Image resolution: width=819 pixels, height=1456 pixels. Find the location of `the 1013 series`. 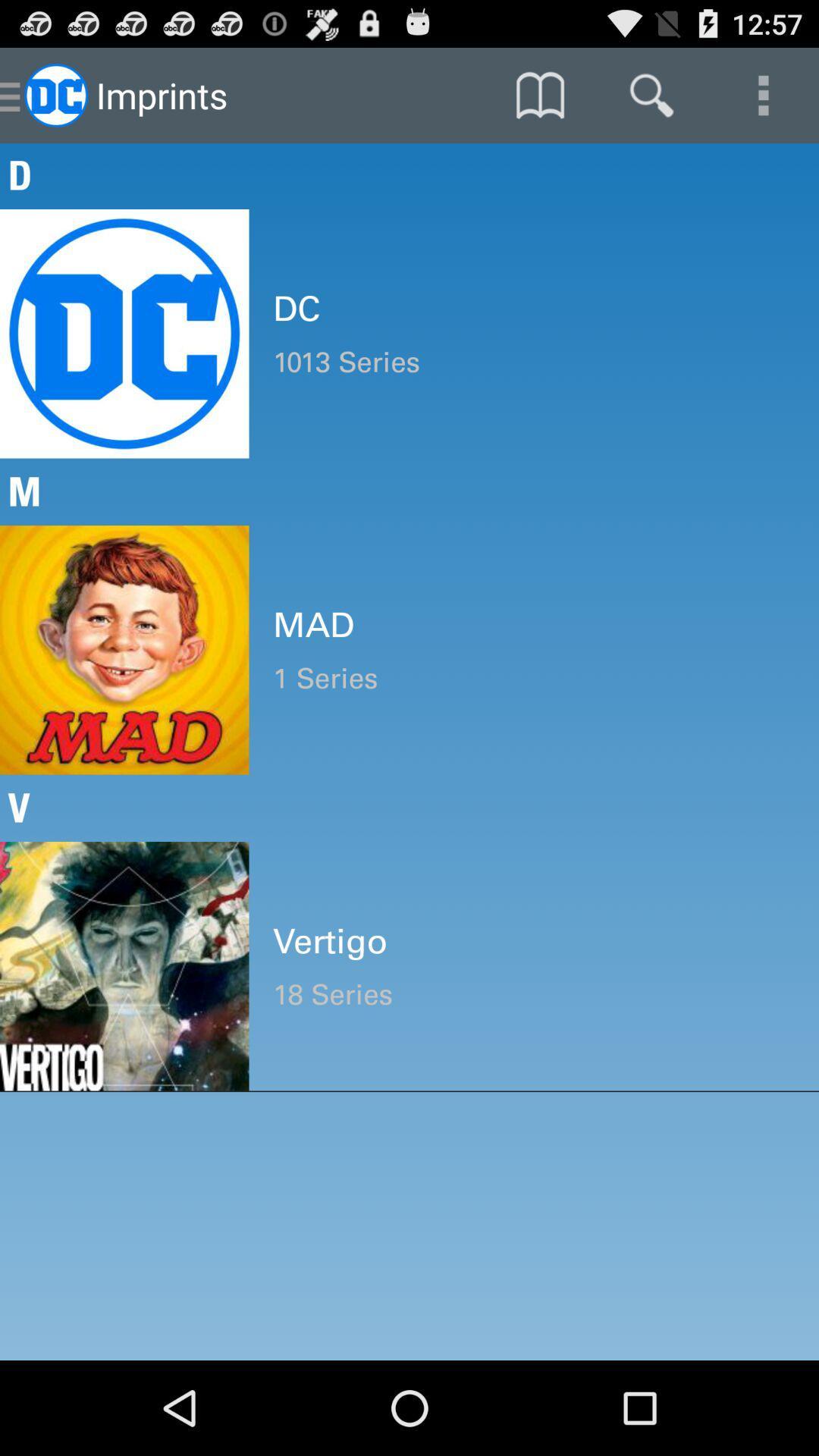

the 1013 series is located at coordinates (533, 361).